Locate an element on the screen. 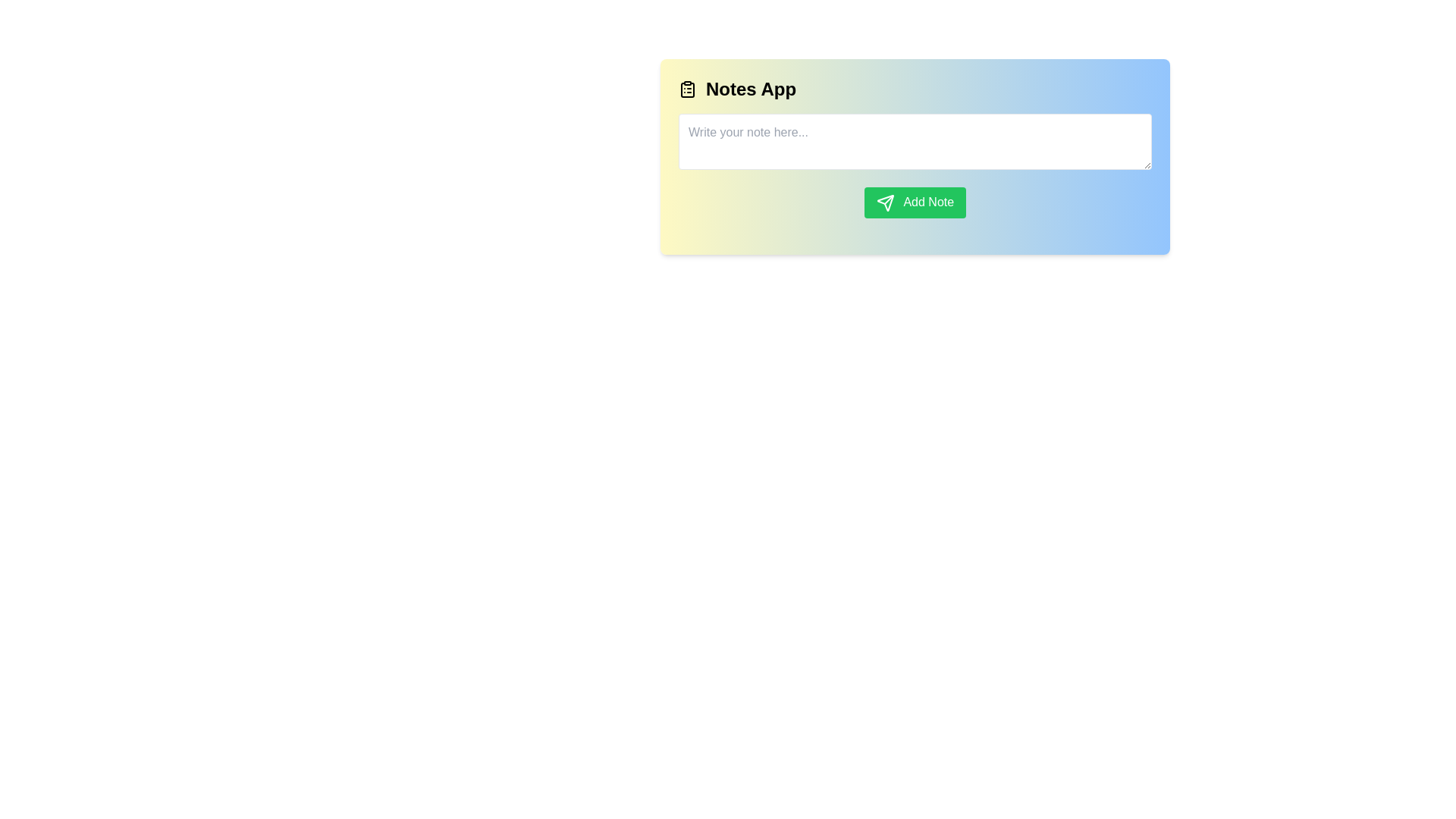 Image resolution: width=1456 pixels, height=819 pixels. the decorative icon representing the 'Notes App', which is located is located at coordinates (687, 89).